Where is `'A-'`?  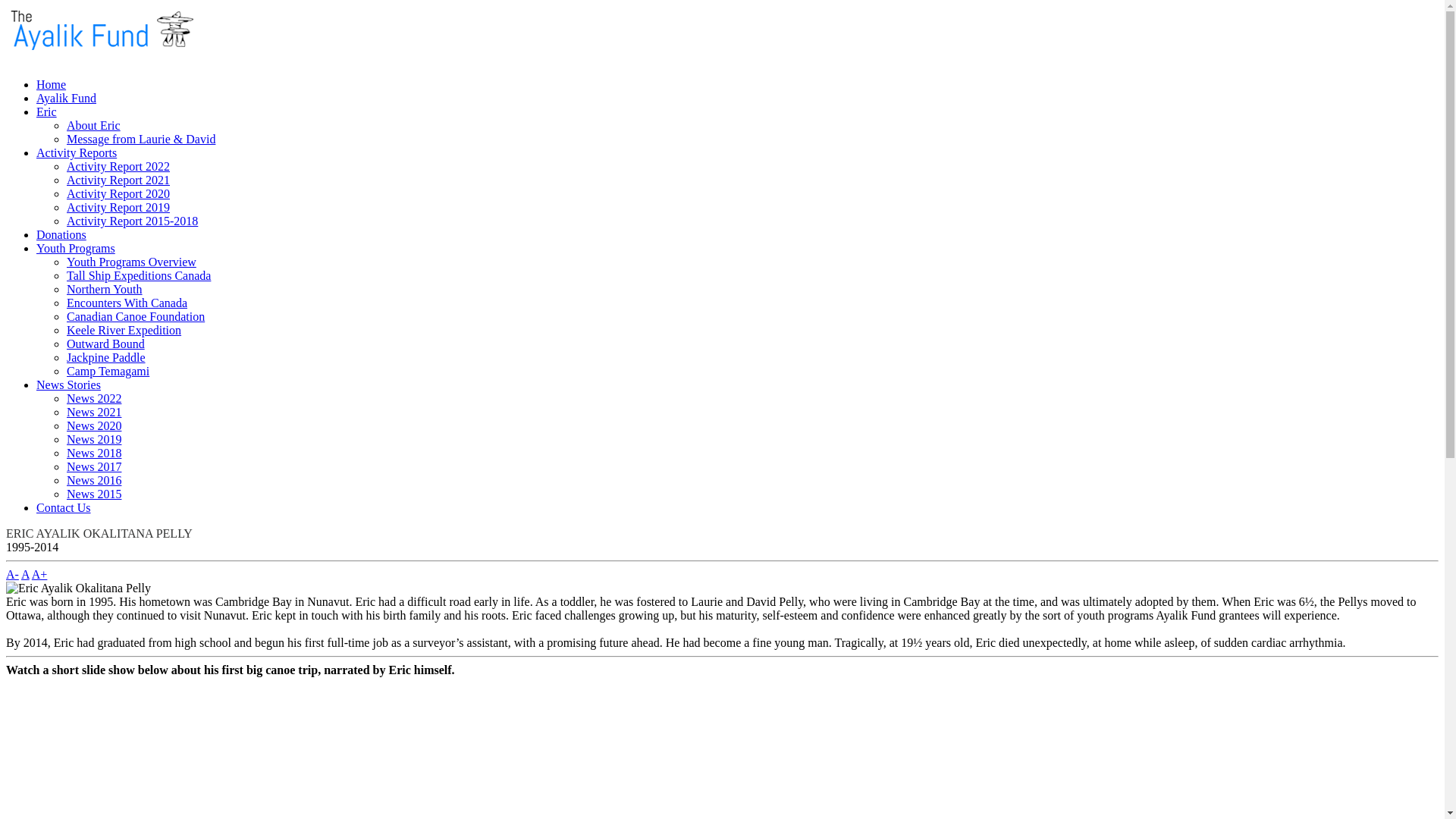
'A-' is located at coordinates (12, 574).